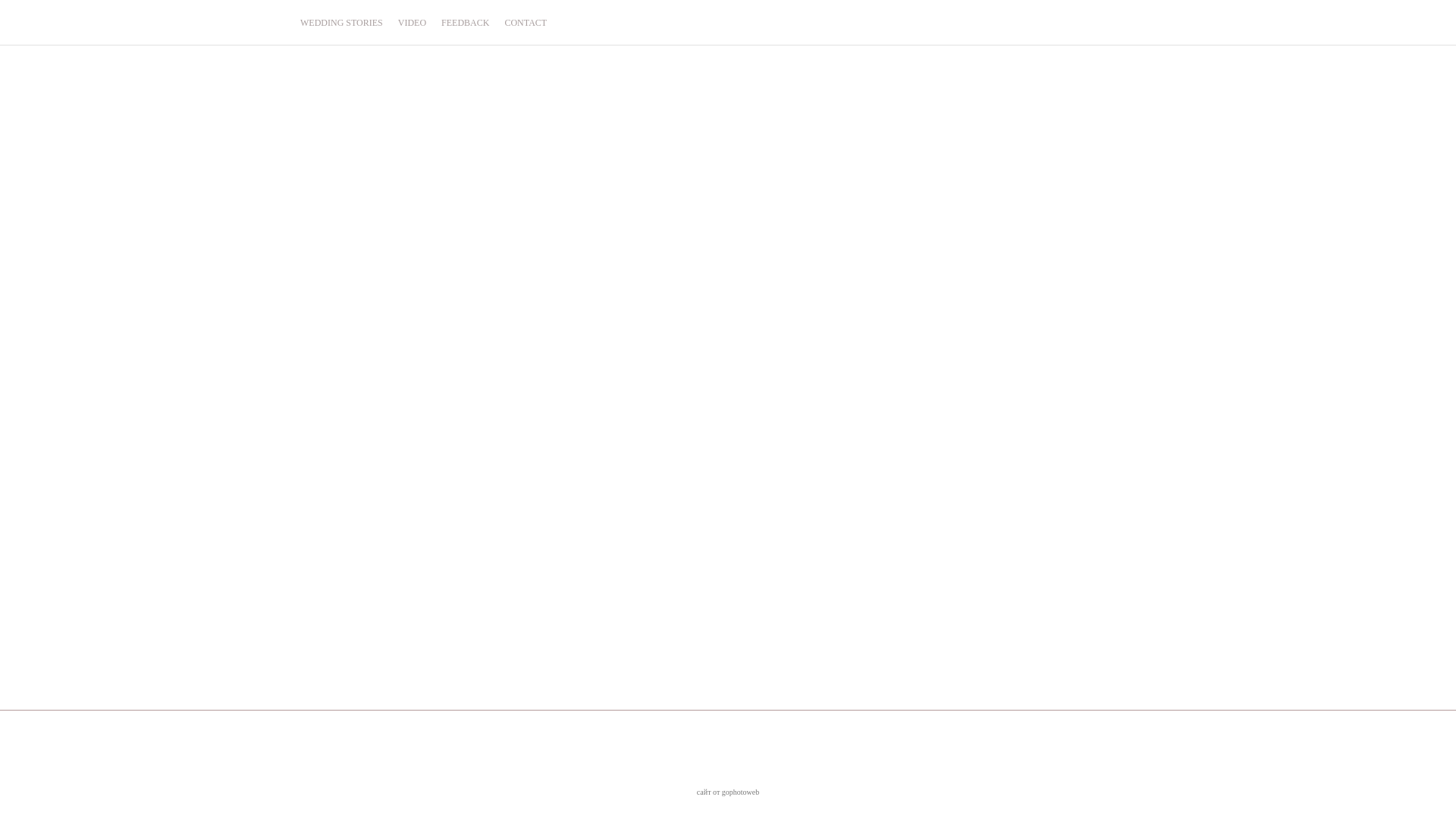 The height and width of the screenshot is (819, 1456). What do you see at coordinates (504, 22) in the screenshot?
I see `'CONTACT'` at bounding box center [504, 22].